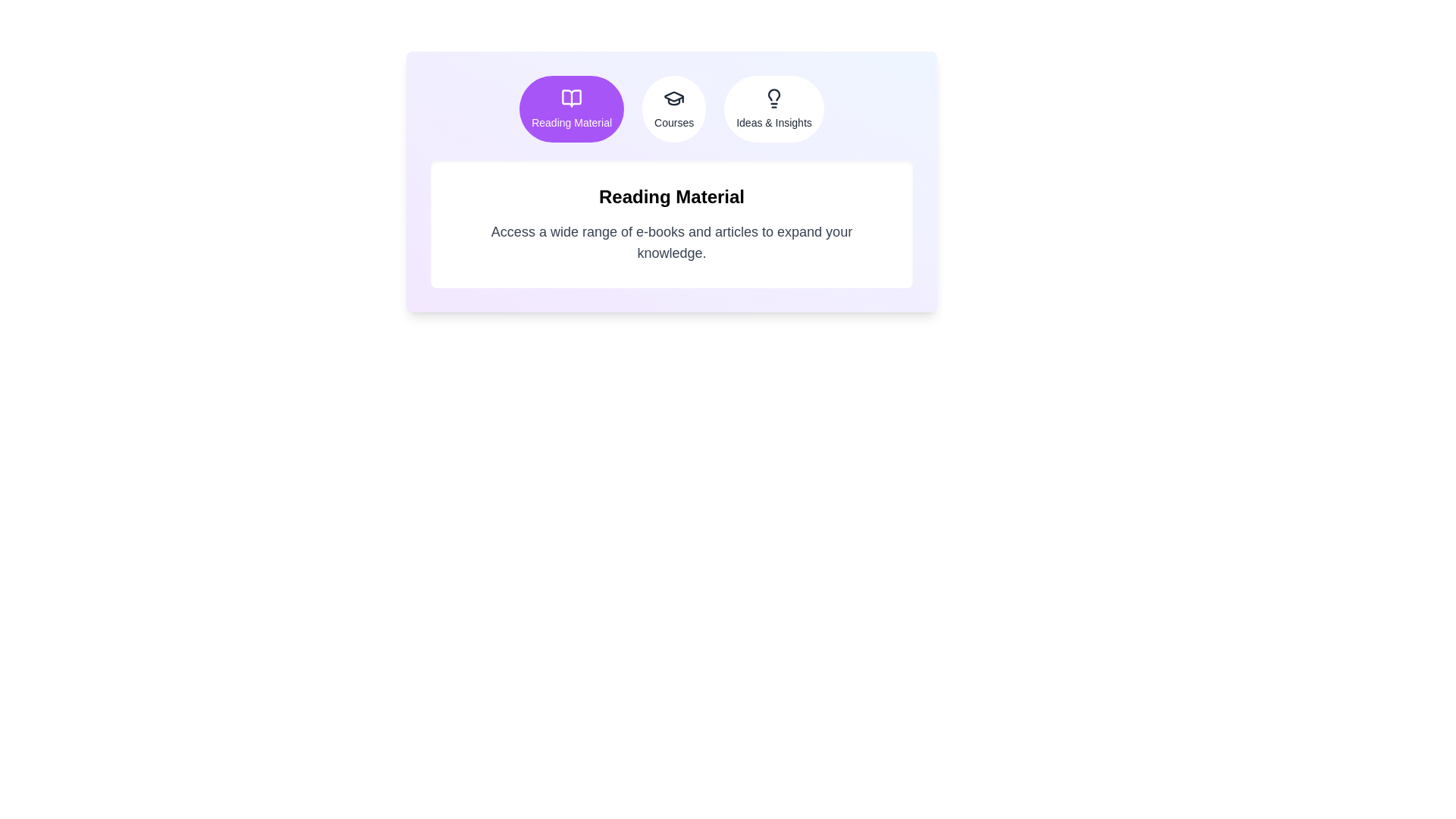  I want to click on the tab labeled Courses, so click(673, 108).